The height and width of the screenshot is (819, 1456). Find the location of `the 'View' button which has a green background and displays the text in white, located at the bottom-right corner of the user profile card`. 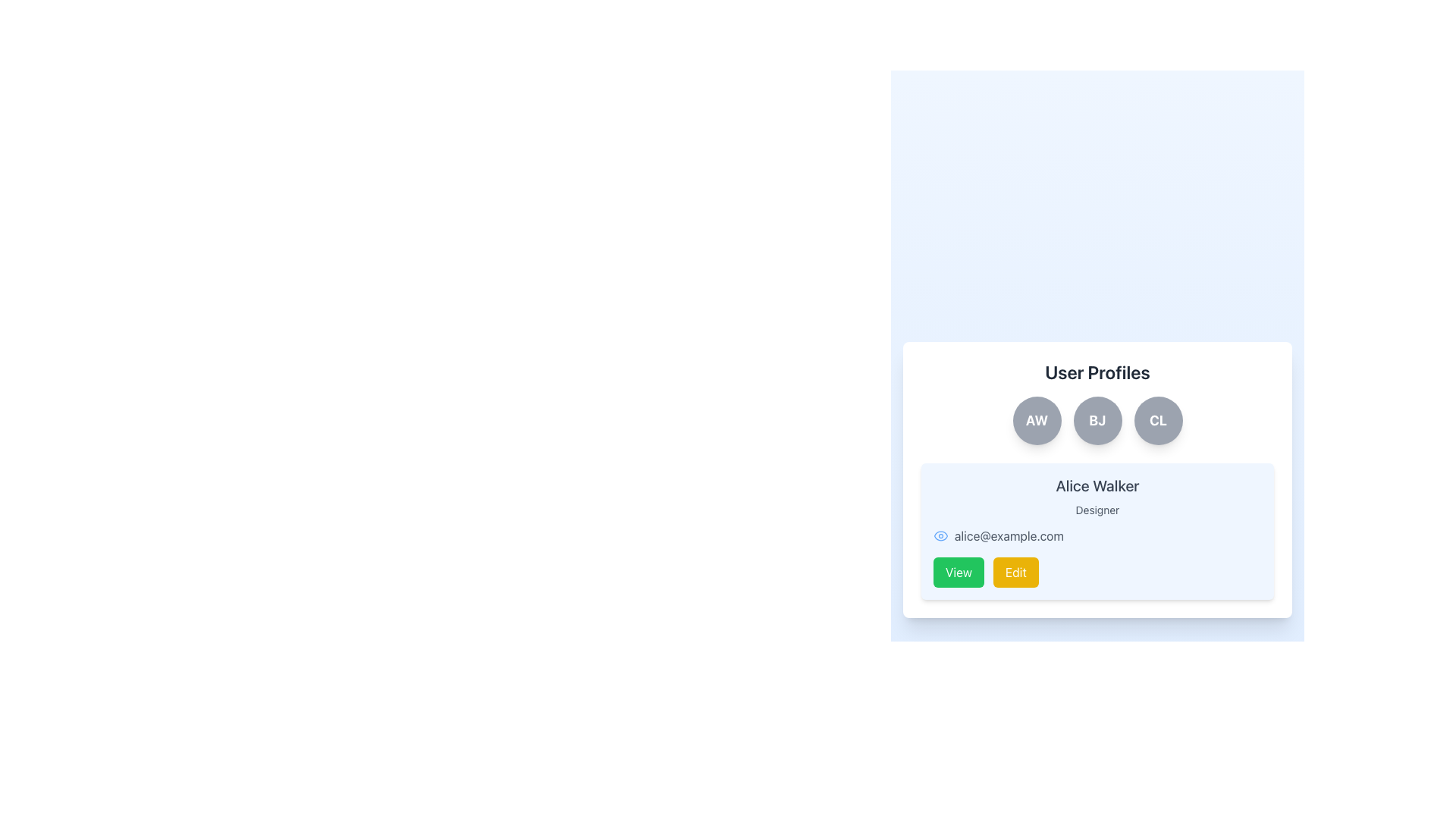

the 'View' button which has a green background and displays the text in white, located at the bottom-right corner of the user profile card is located at coordinates (958, 573).